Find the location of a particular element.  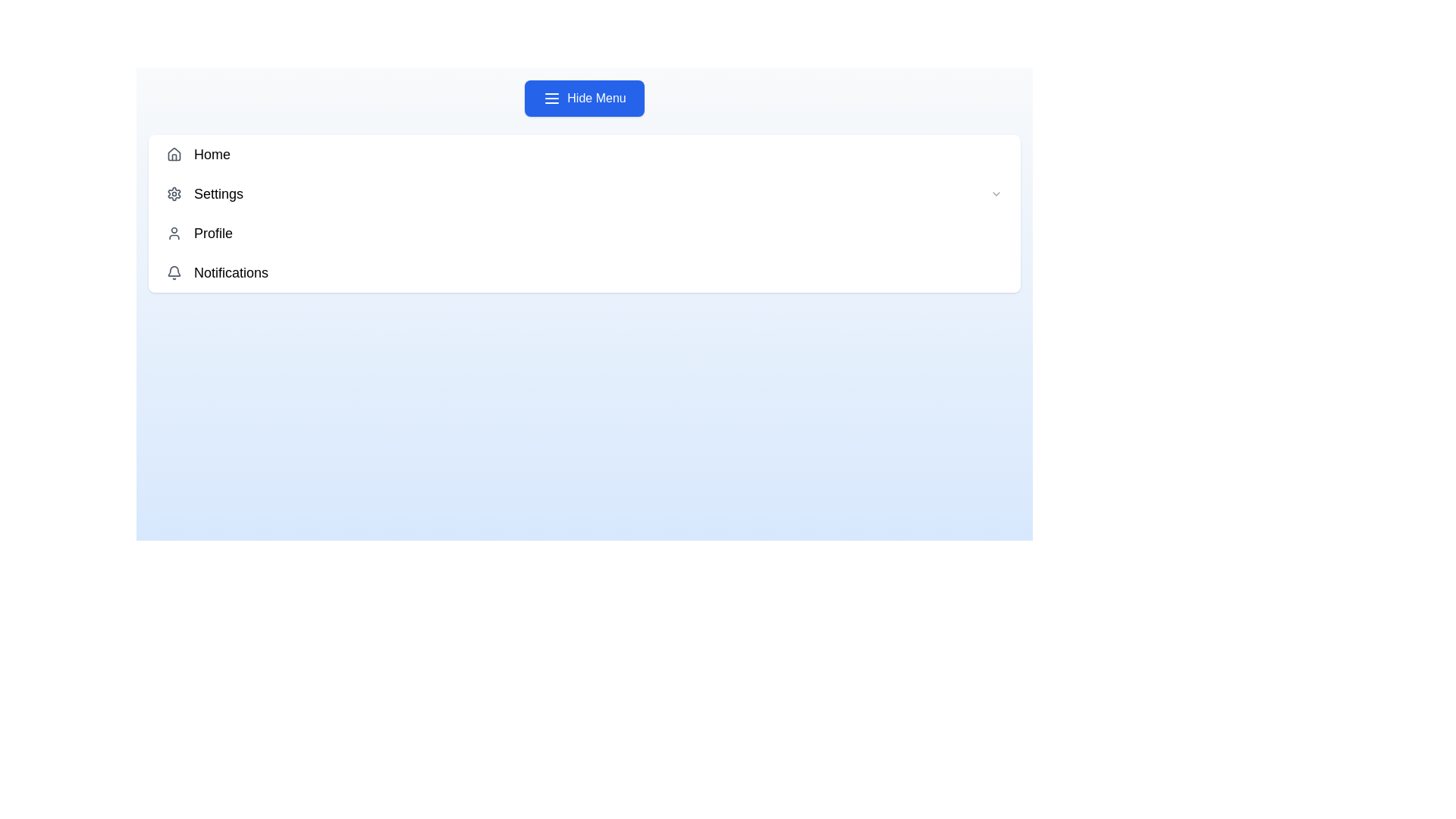

the visual state of the bell icon indicating notifications, located in the bottom right corner of the navigation menu is located at coordinates (174, 270).